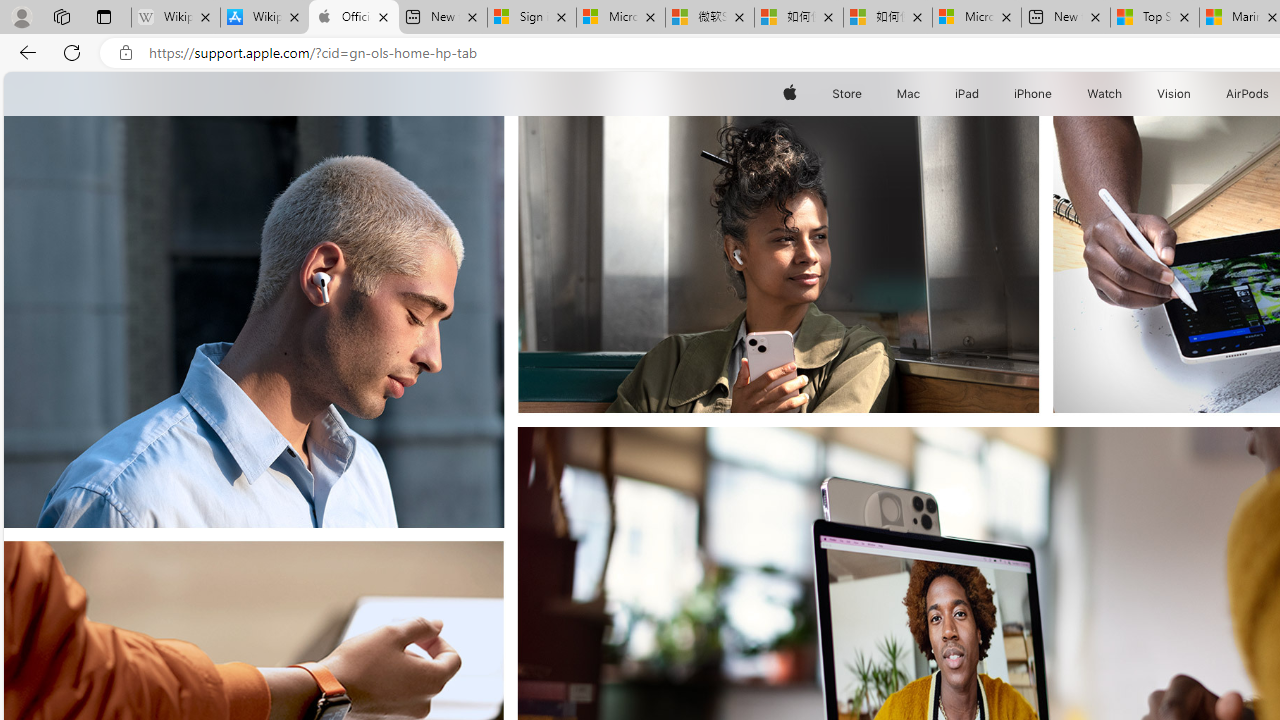 The image size is (1280, 720). What do you see at coordinates (907, 93) in the screenshot?
I see `'Mac'` at bounding box center [907, 93].